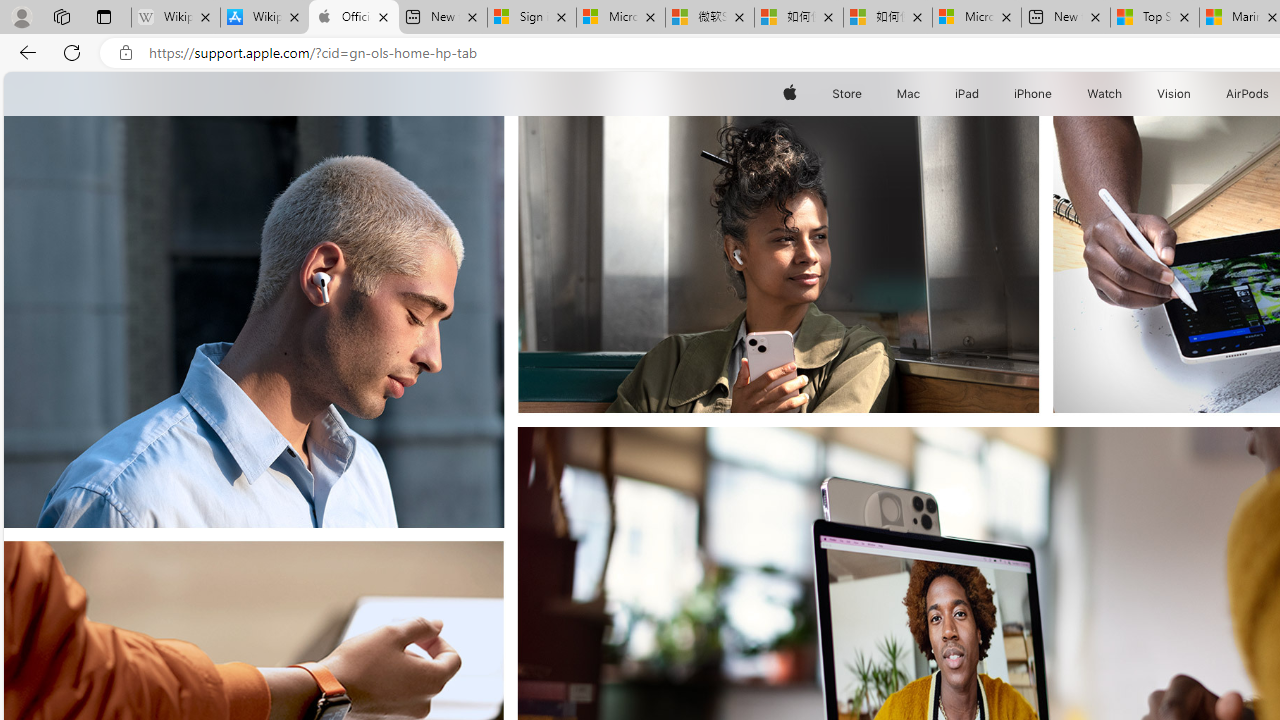 The image size is (1280, 720). What do you see at coordinates (907, 93) in the screenshot?
I see `'Mac'` at bounding box center [907, 93].